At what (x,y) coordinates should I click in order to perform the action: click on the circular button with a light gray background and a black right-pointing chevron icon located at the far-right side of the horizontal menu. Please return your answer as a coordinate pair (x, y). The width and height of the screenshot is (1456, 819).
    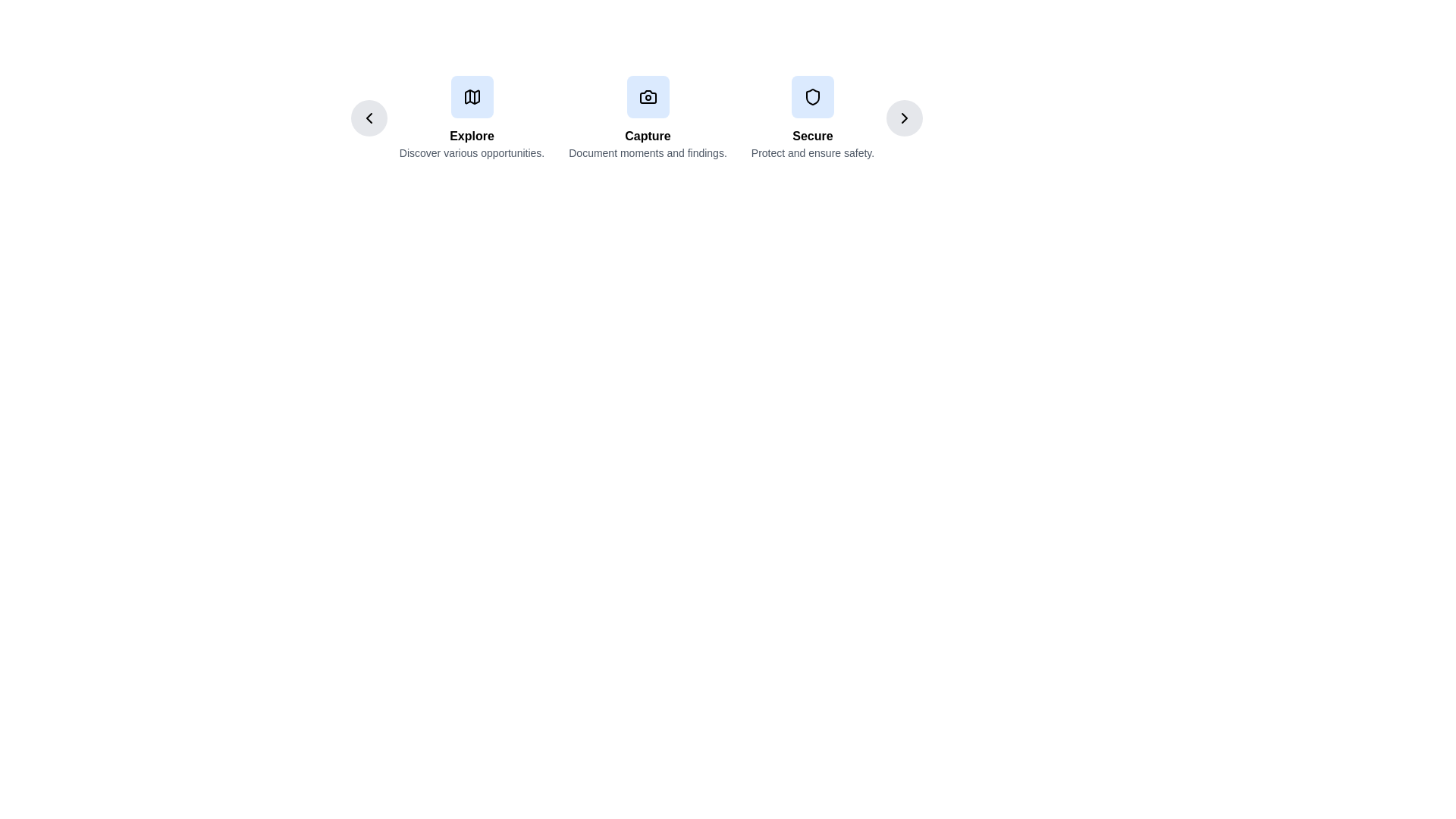
    Looking at the image, I should click on (905, 117).